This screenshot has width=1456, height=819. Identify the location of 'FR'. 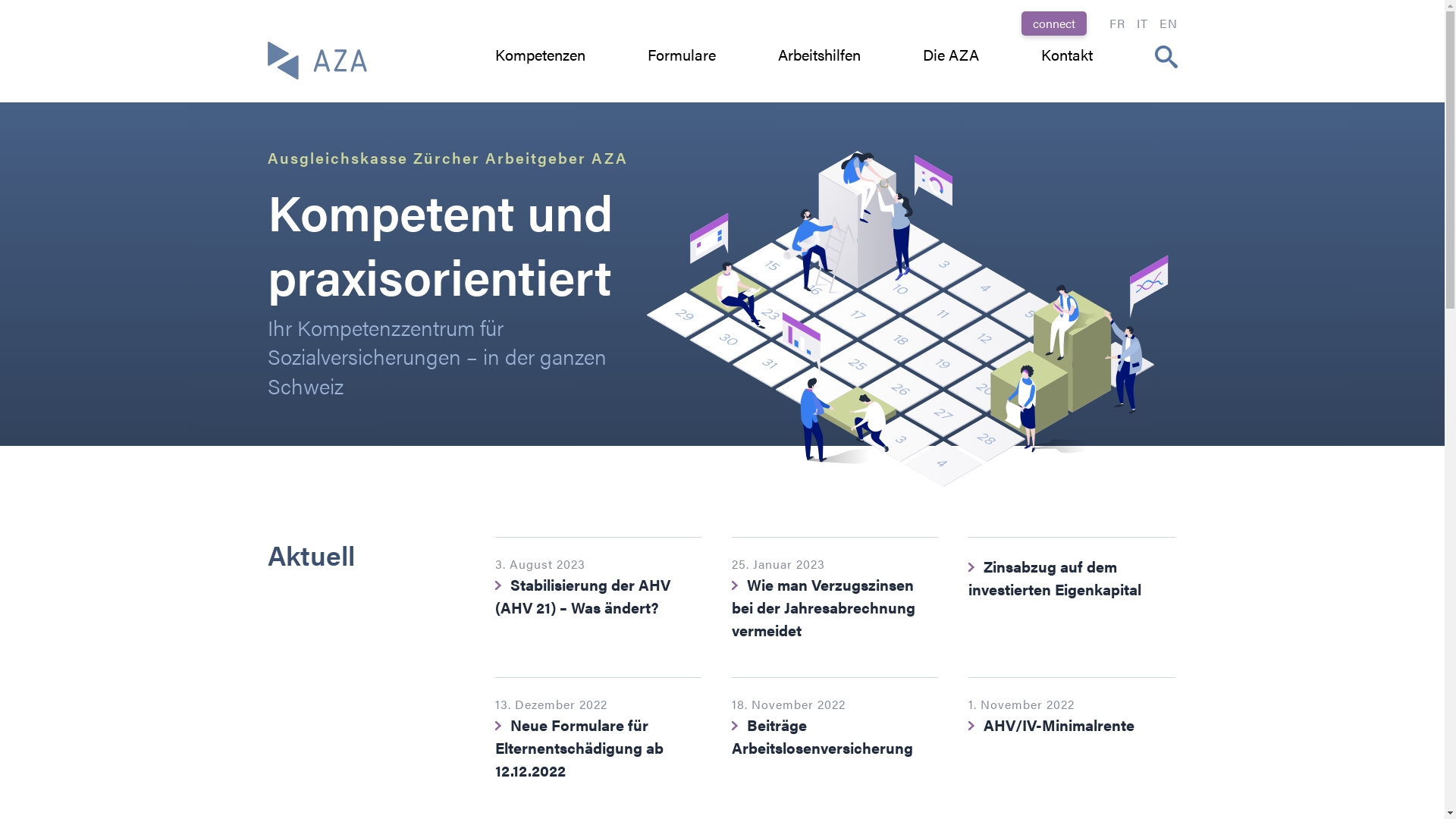
(1116, 23).